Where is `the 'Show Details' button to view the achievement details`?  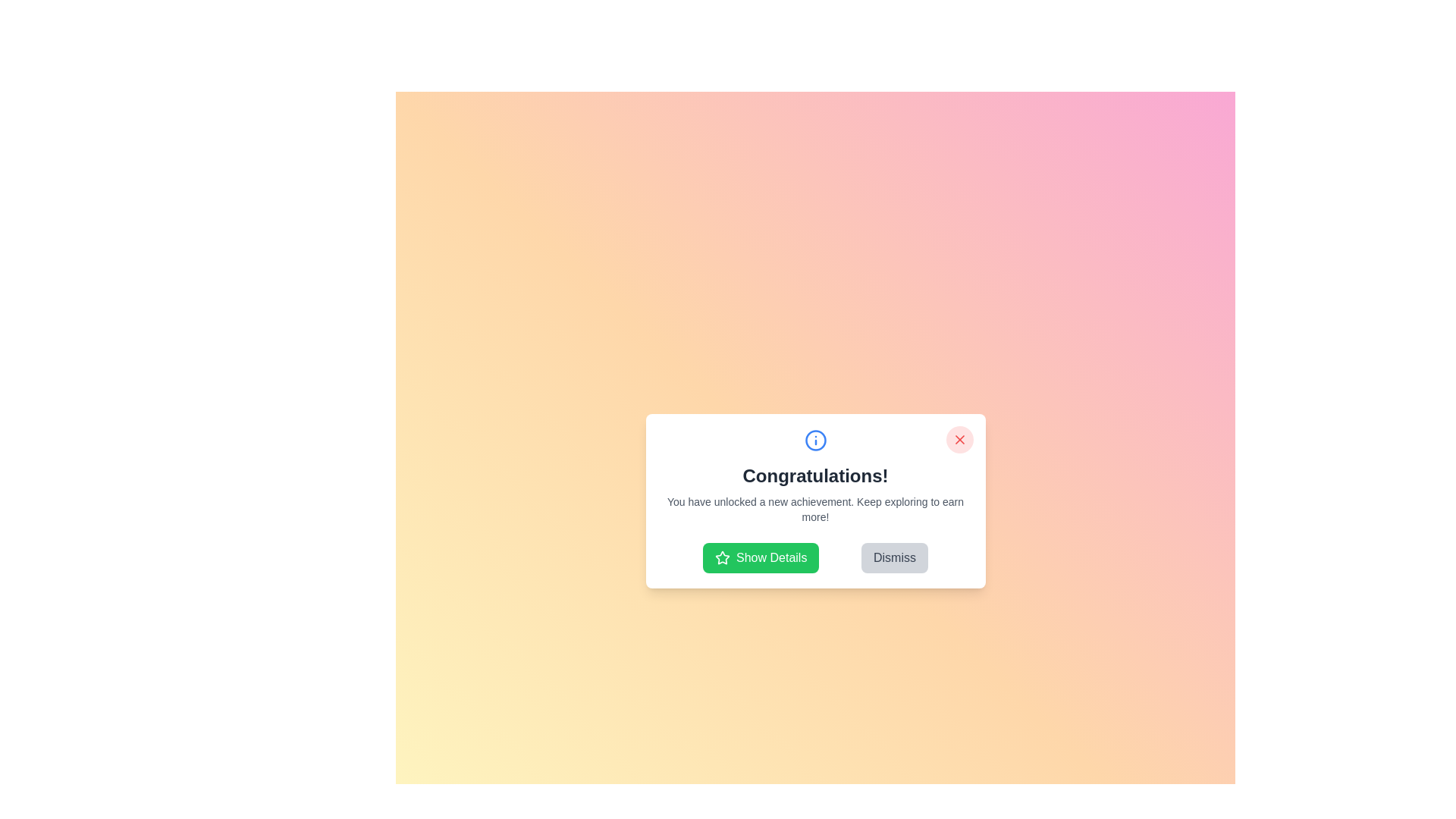 the 'Show Details' button to view the achievement details is located at coordinates (761, 558).